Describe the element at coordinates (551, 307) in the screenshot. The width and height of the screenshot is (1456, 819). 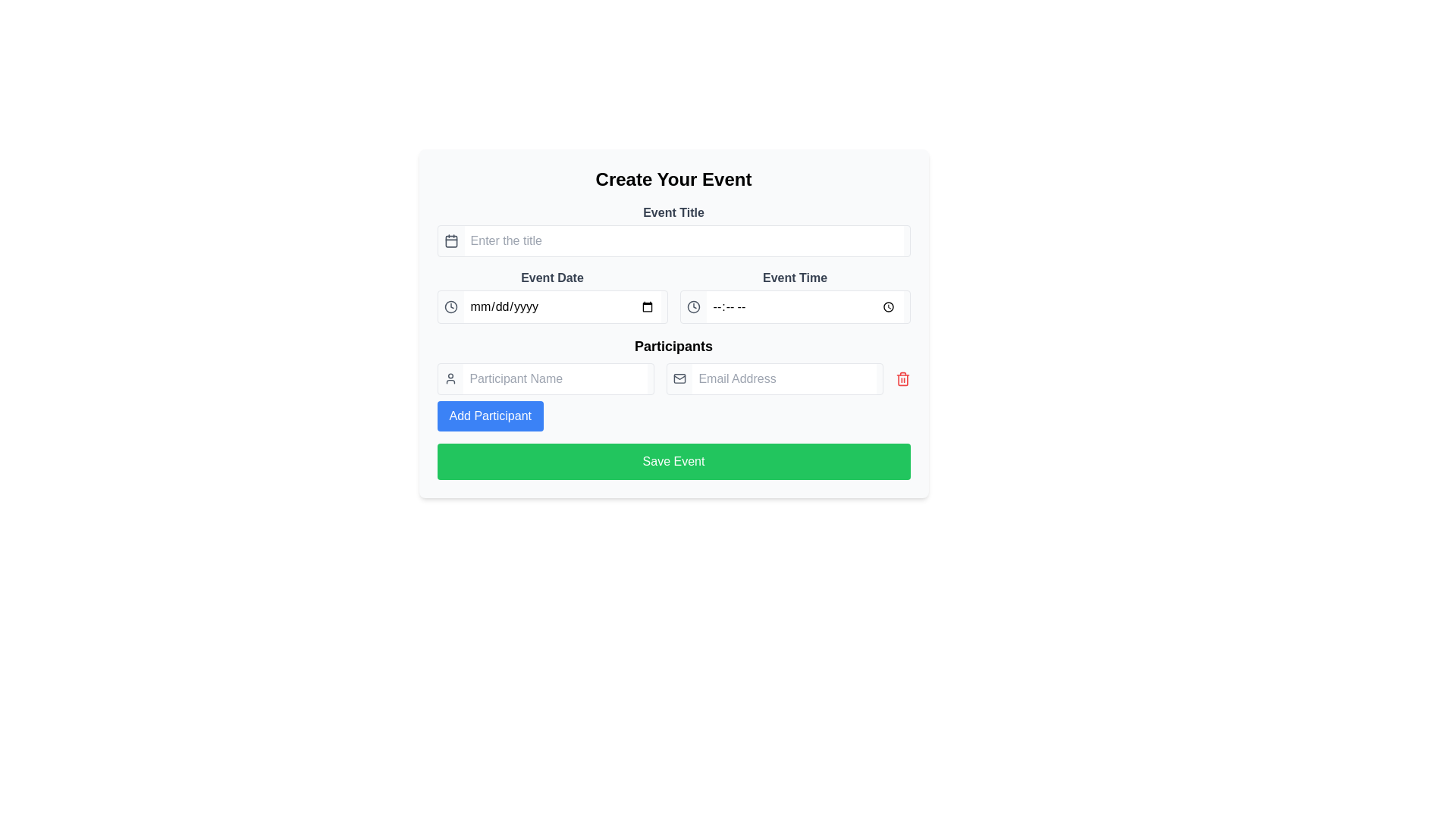
I see `the Date input field` at that location.